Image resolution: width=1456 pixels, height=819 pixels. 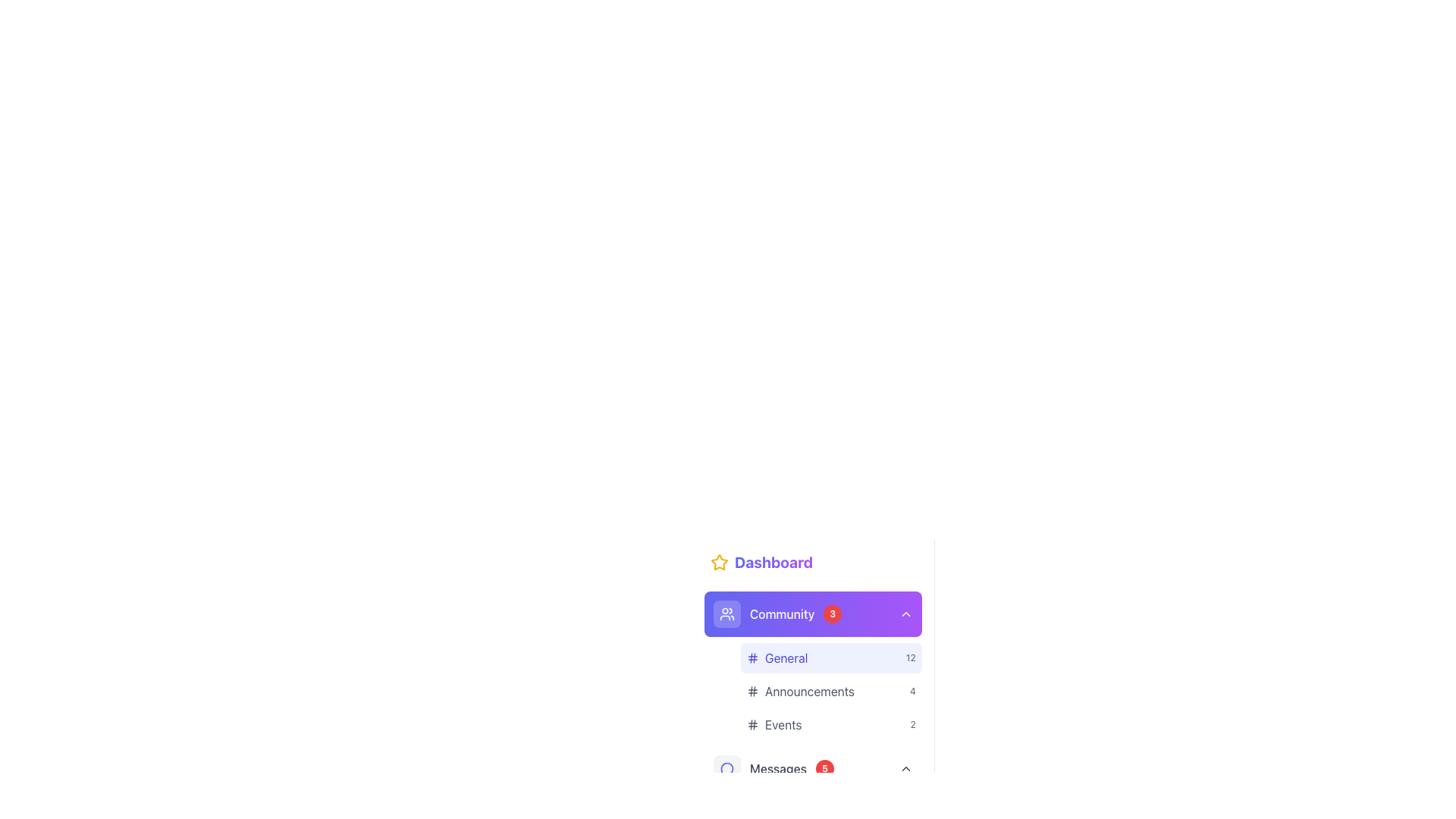 I want to click on the 'Dashboard' label with decorative icon located in the top-left quadrant of the sidebar, so click(x=761, y=562).